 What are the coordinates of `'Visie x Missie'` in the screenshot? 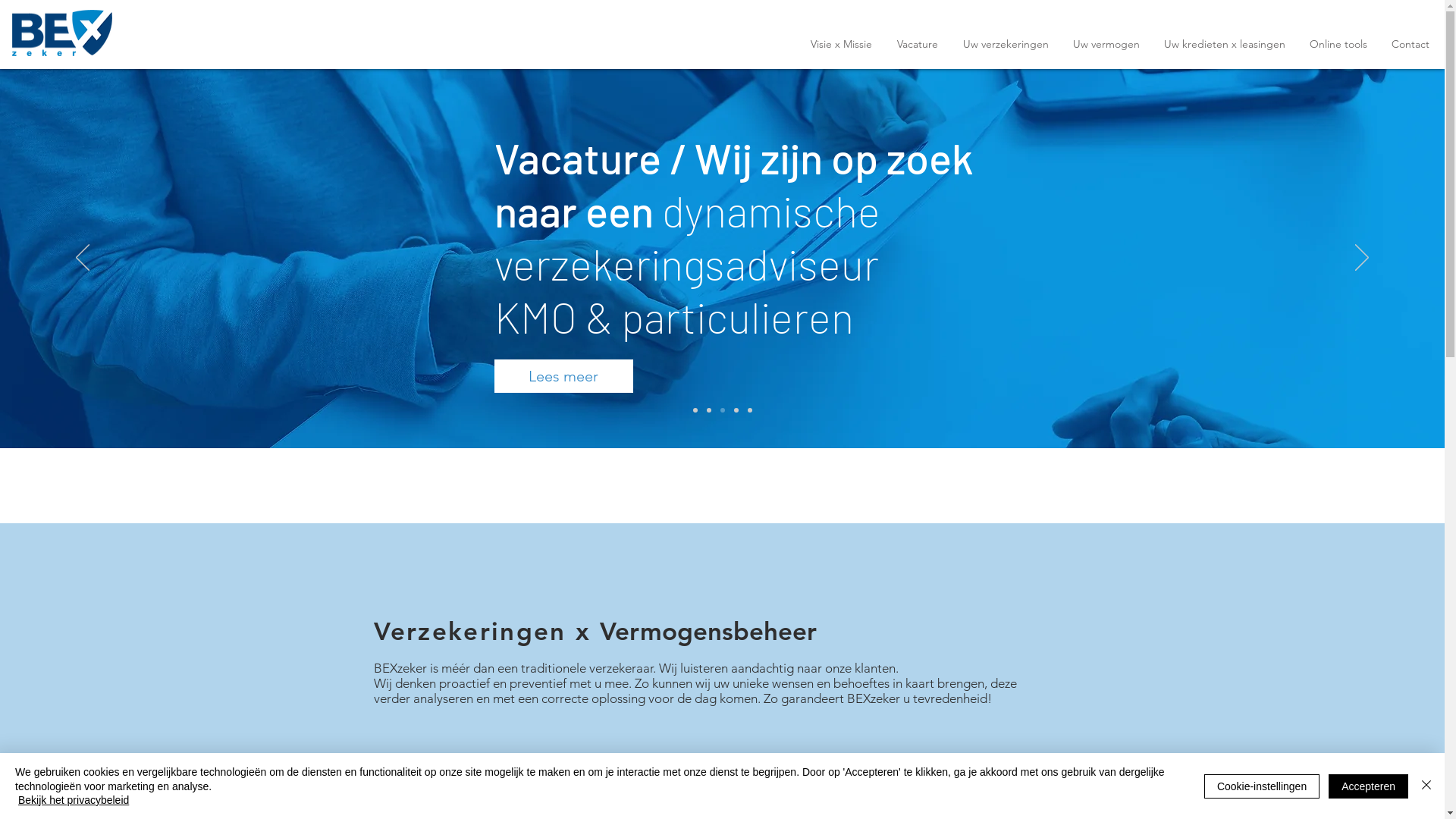 It's located at (839, 43).